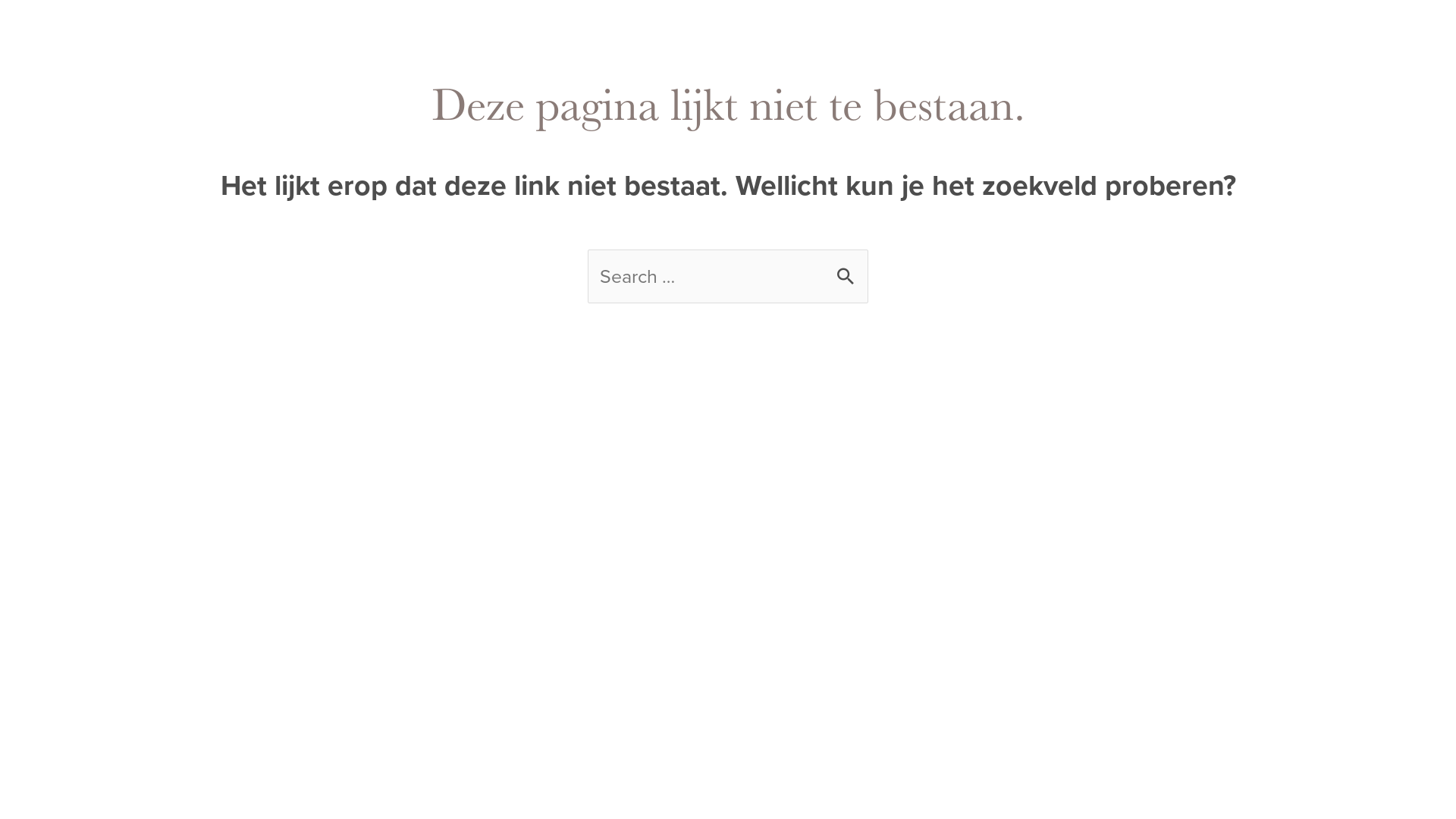  What do you see at coordinates (851, 268) in the screenshot?
I see `'Zoeken'` at bounding box center [851, 268].